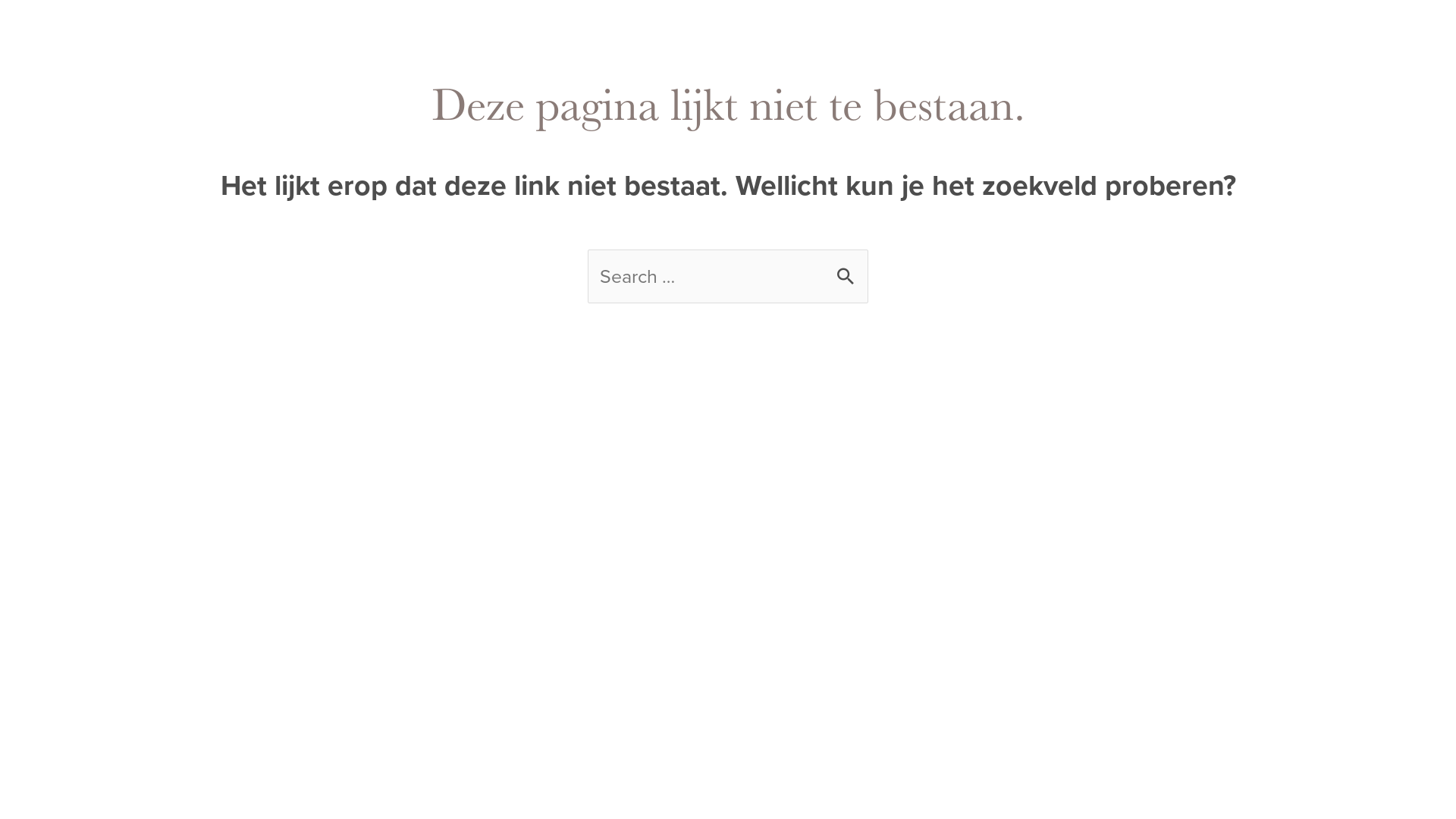  What do you see at coordinates (851, 268) in the screenshot?
I see `'Zoeken'` at bounding box center [851, 268].